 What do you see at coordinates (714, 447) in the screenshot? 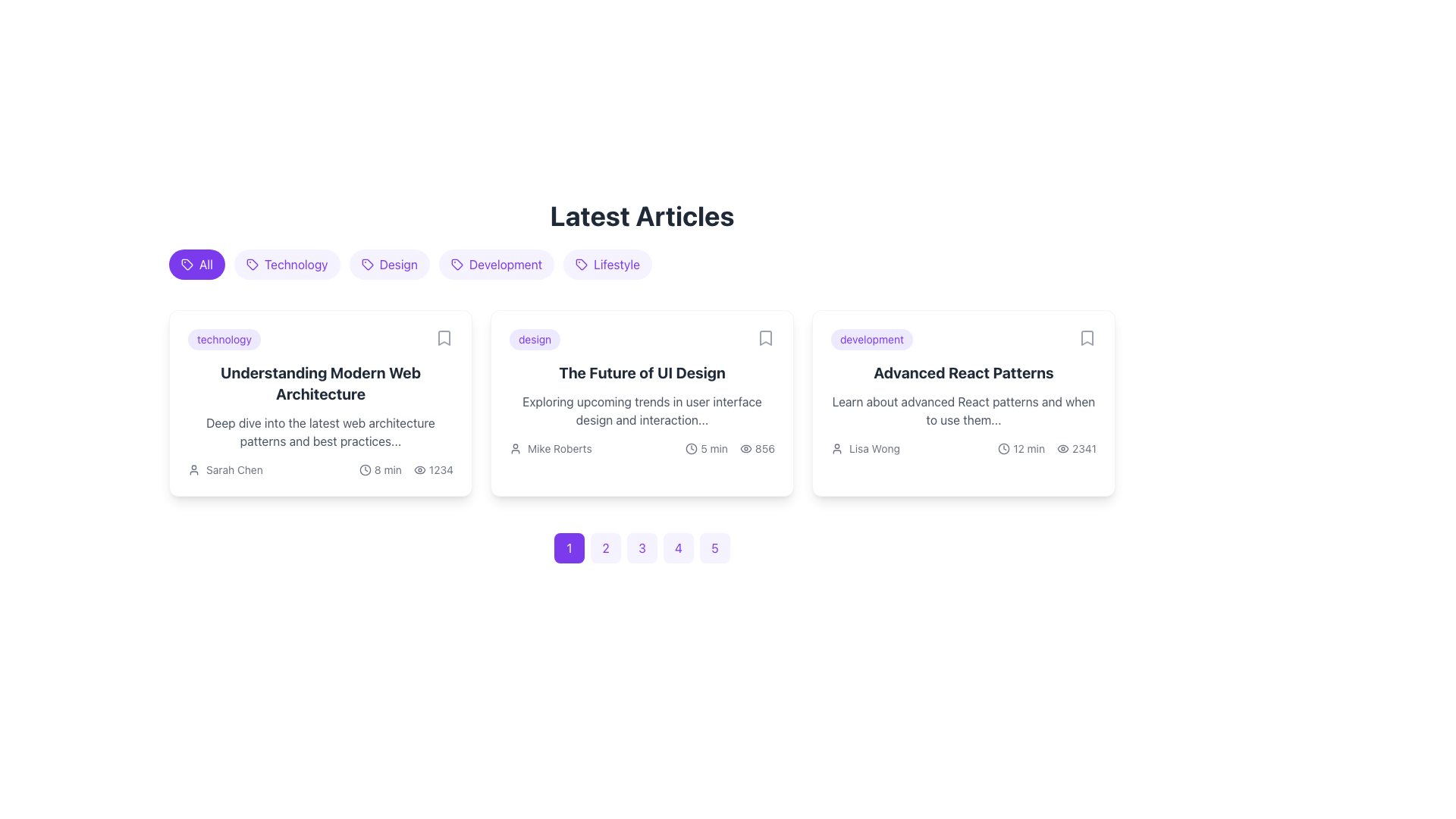
I see `the static text label that displays the estimated reading time for the article 'The Future of UI Design', which is positioned below the author's name and to the right of a clock icon` at bounding box center [714, 447].